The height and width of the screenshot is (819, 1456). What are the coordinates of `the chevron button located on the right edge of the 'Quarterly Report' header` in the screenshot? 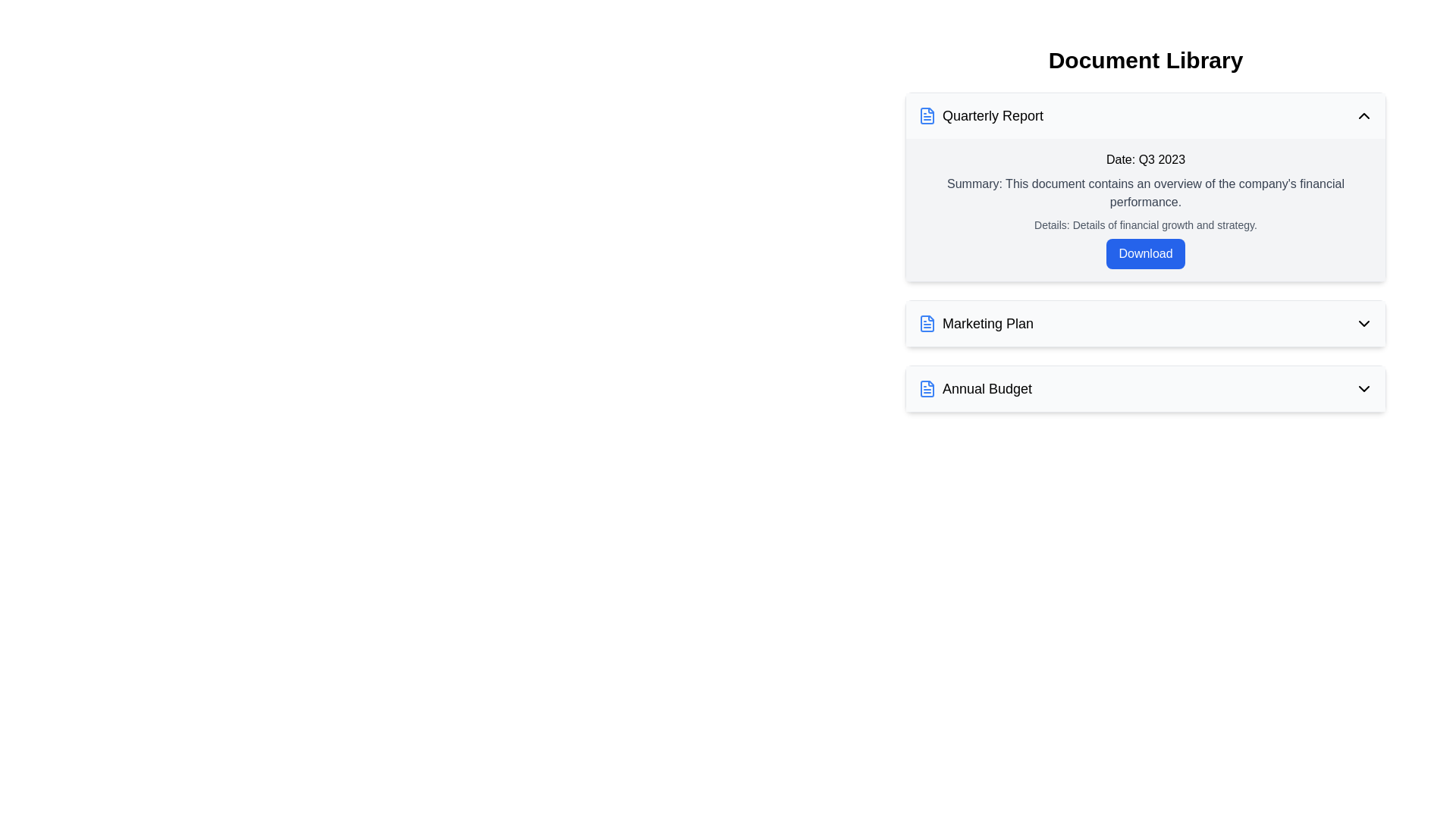 It's located at (1364, 115).